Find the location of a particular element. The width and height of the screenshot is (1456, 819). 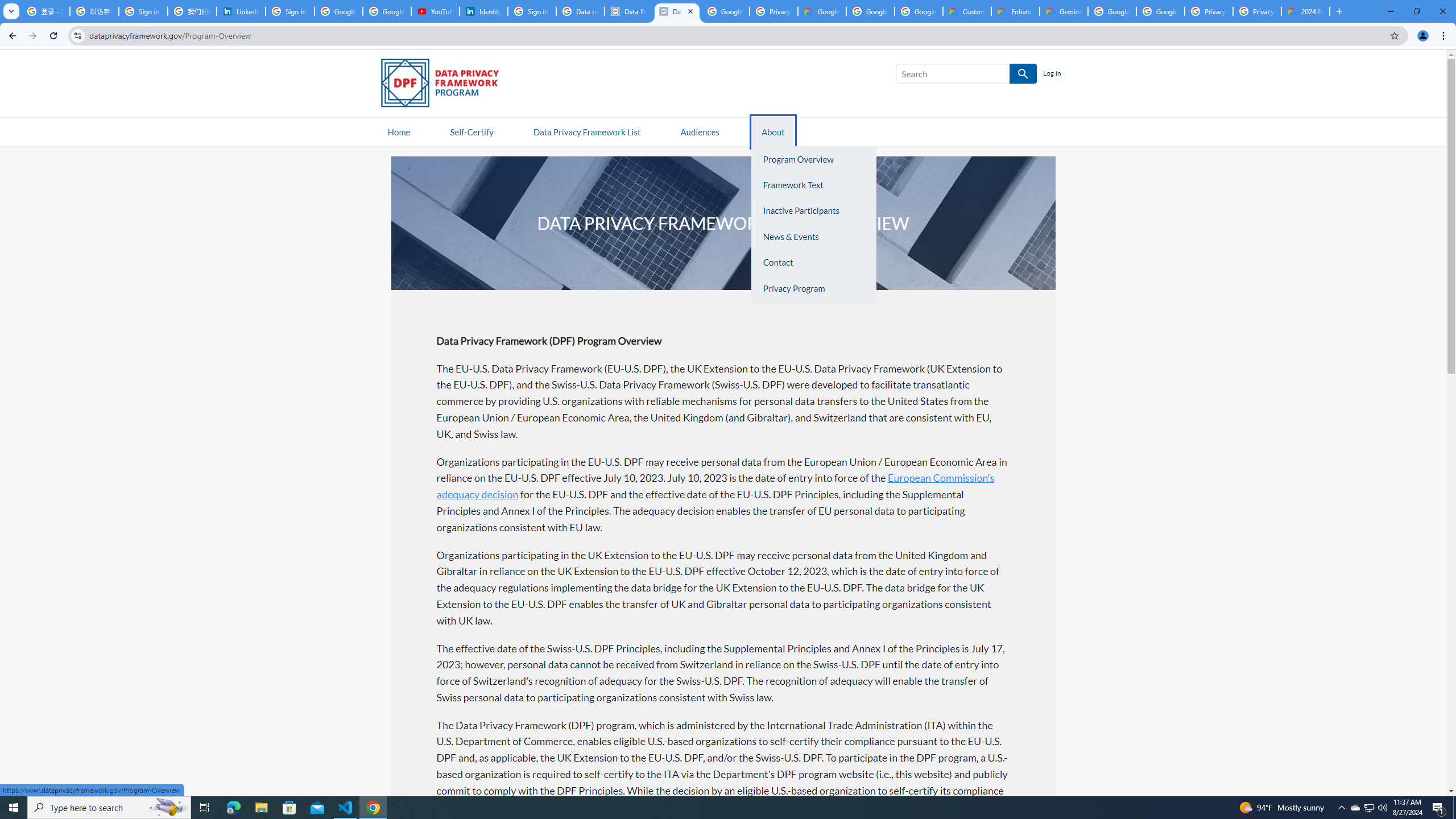

'Data Privacy Framework List' is located at coordinates (586, 131).